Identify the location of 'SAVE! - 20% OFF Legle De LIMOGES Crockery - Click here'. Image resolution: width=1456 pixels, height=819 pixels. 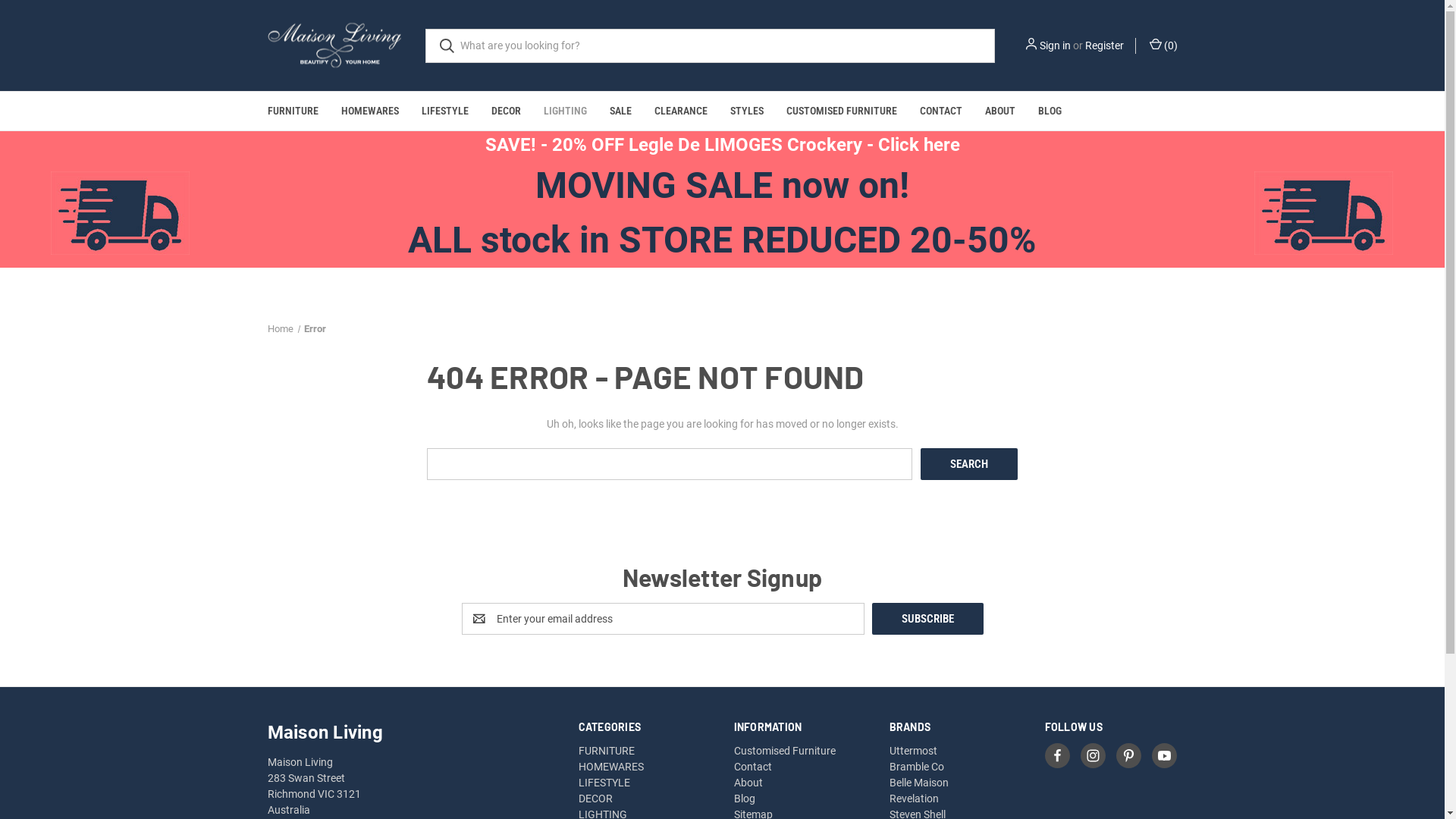
(722, 145).